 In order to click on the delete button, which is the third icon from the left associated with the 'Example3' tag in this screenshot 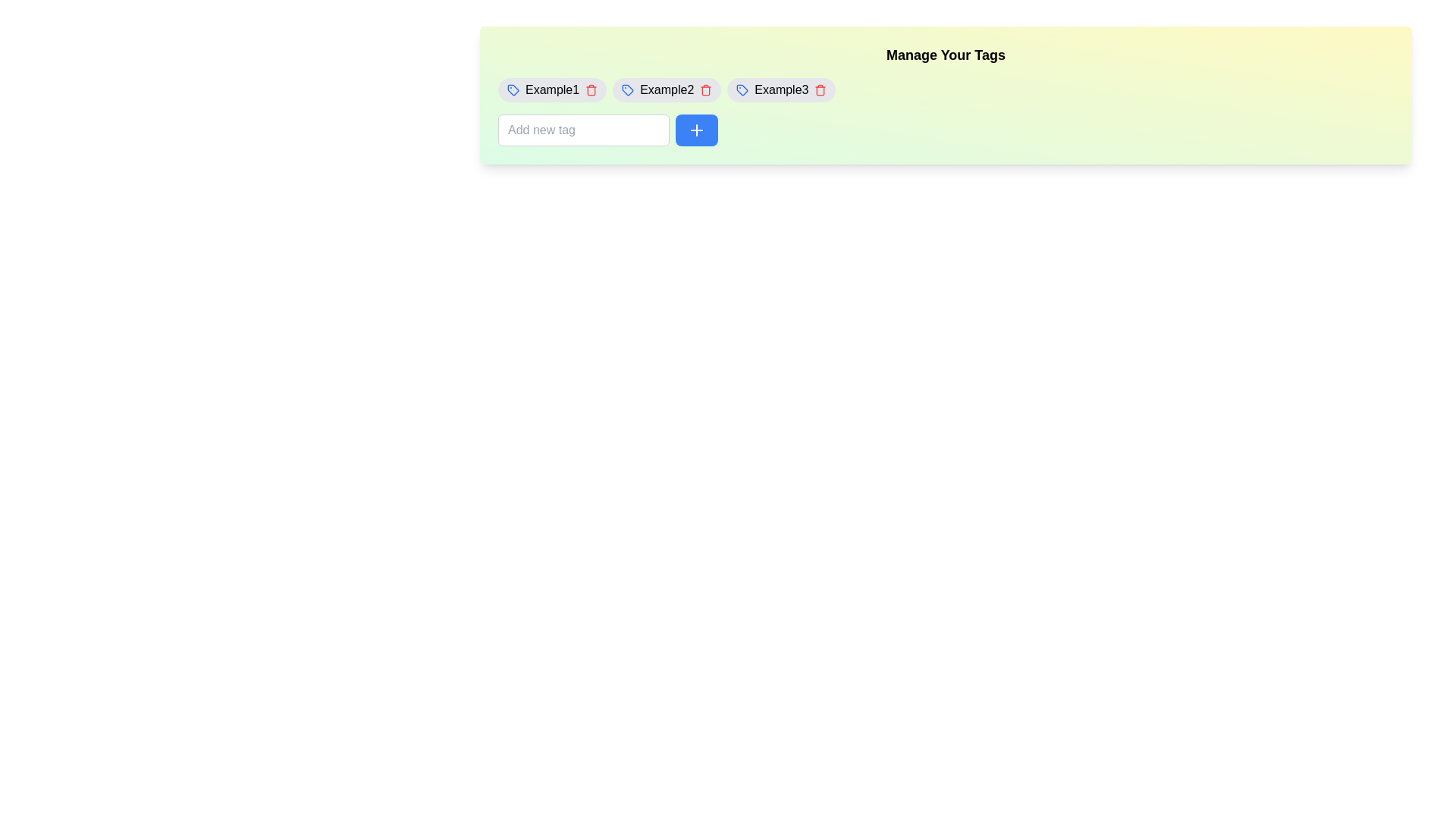, I will do `click(820, 90)`.